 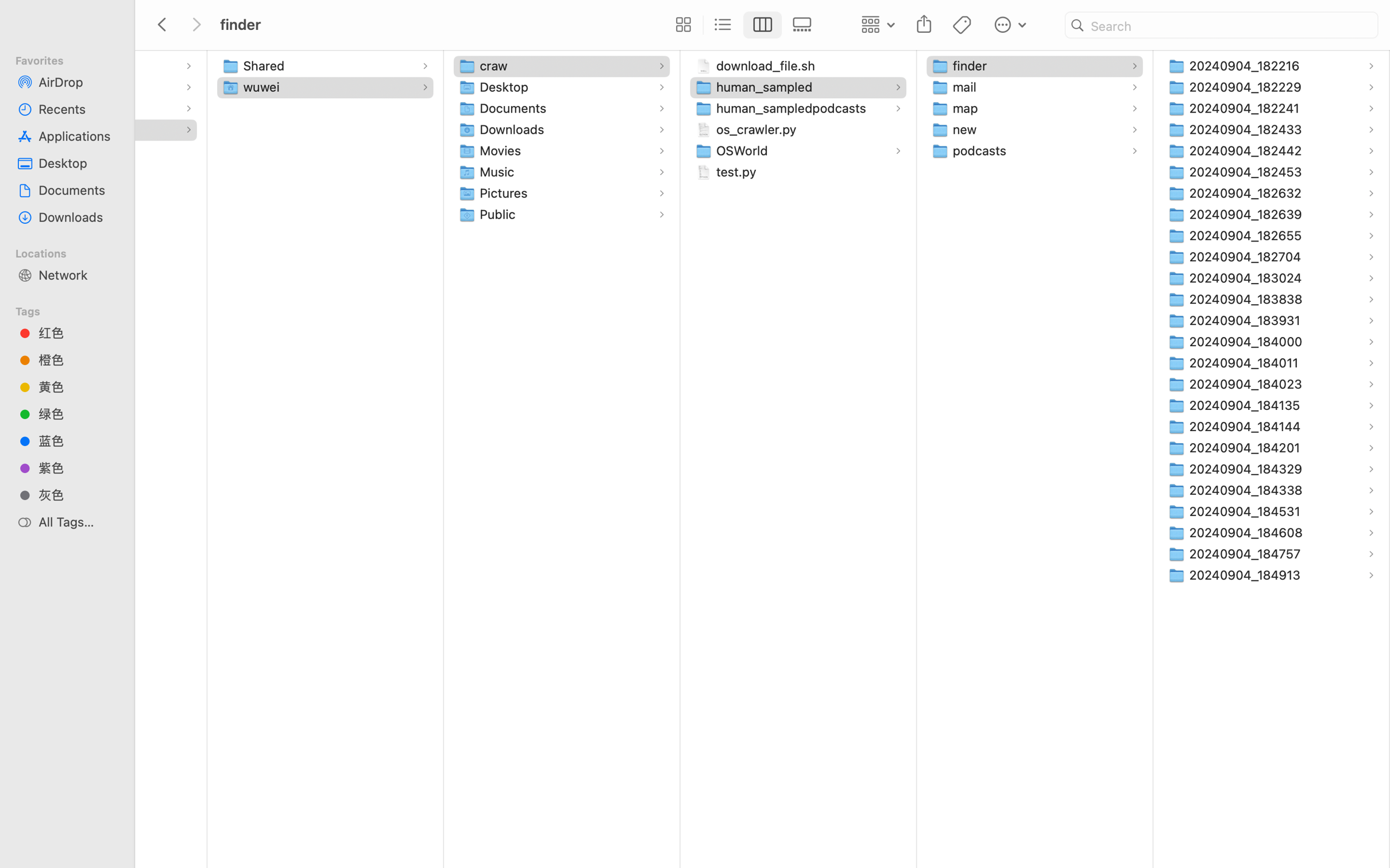 What do you see at coordinates (264, 86) in the screenshot?
I see `'wuwei'` at bounding box center [264, 86].